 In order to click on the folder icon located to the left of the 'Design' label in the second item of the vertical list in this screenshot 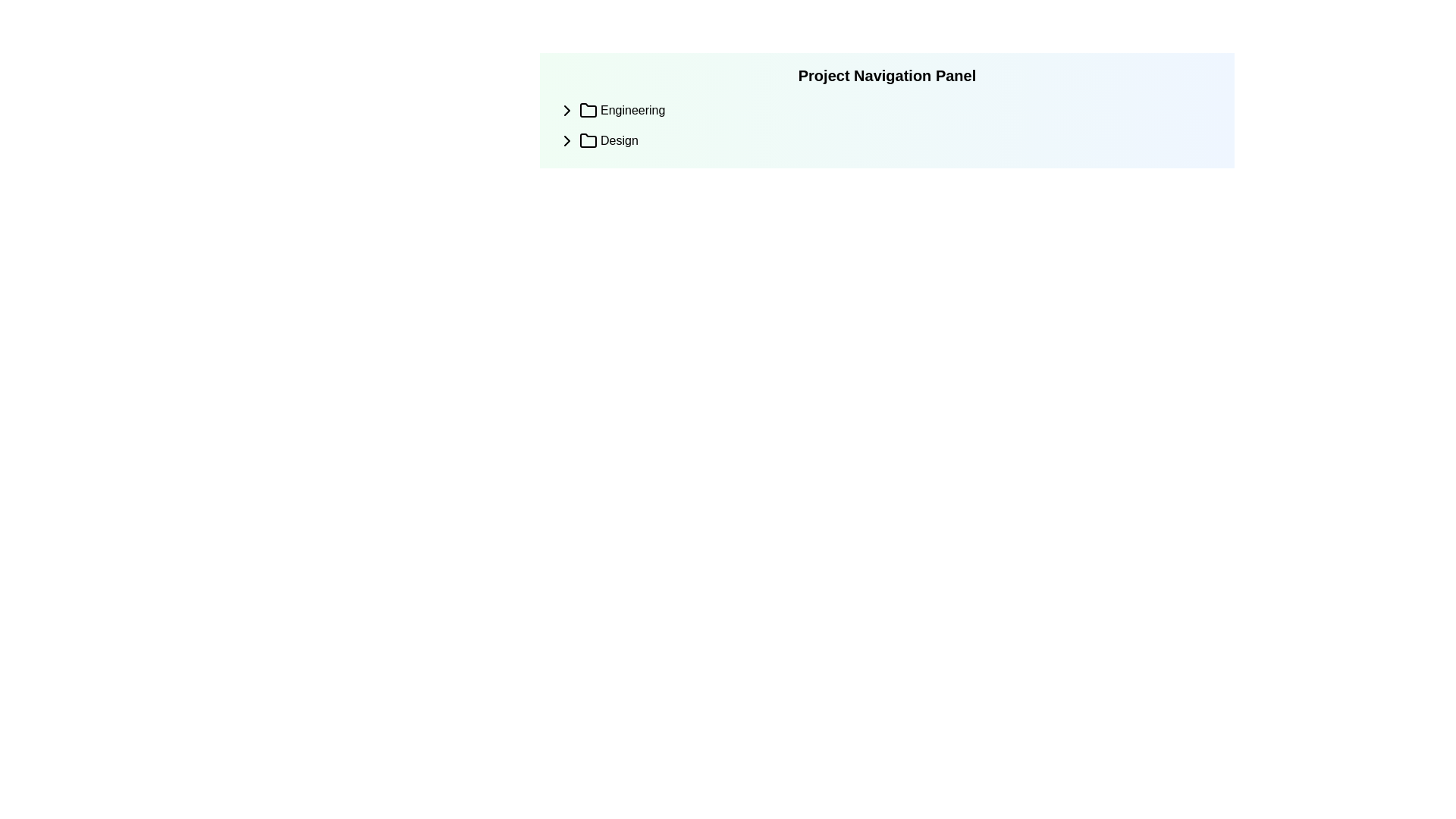, I will do `click(588, 140)`.